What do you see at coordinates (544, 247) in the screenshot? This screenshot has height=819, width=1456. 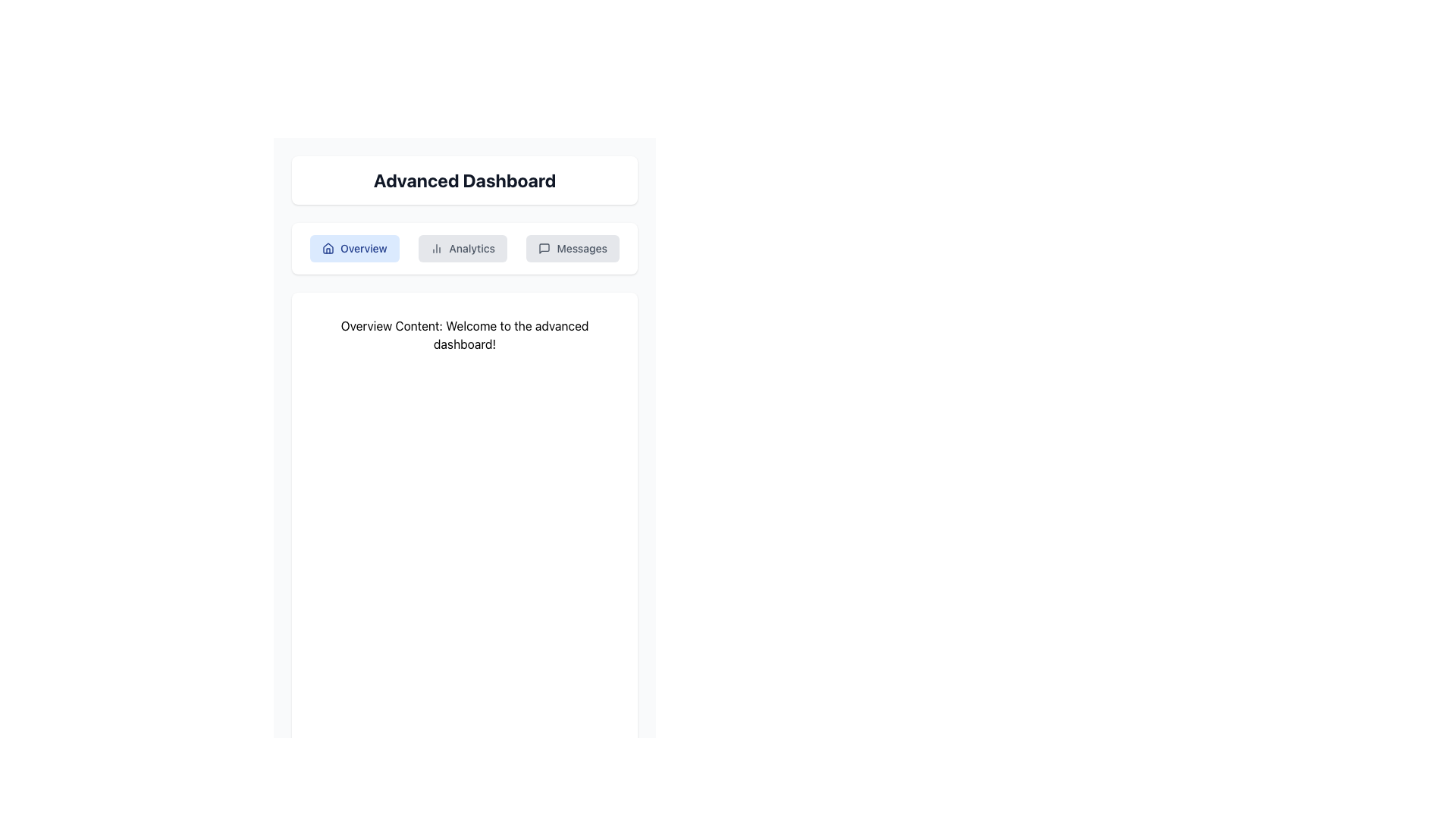 I see `the 'Messages' button on the navigation bar, which contains the message bubble icon, the third button from the left` at bounding box center [544, 247].